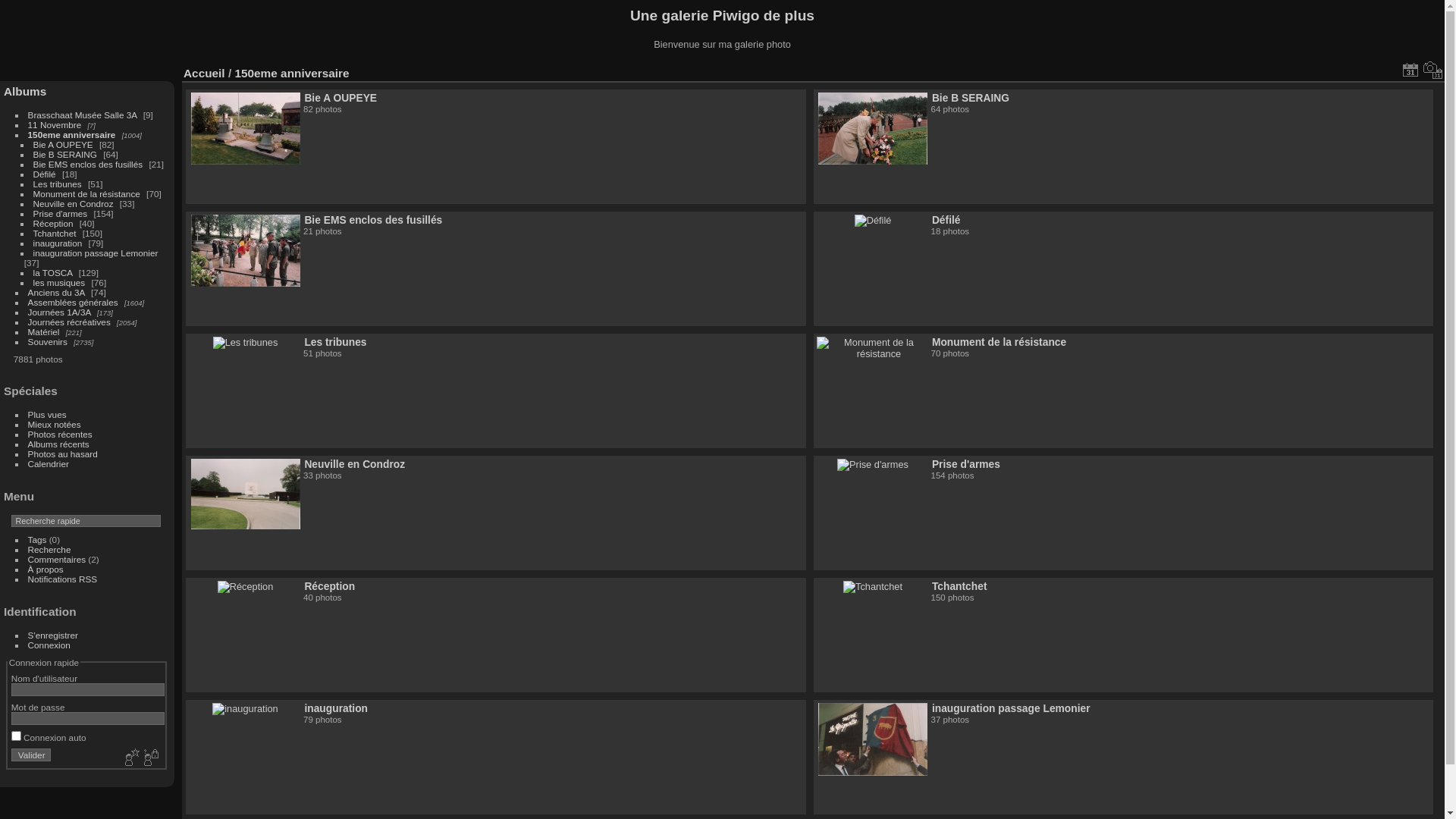 The image size is (1456, 819). What do you see at coordinates (48, 463) in the screenshot?
I see `'Calendrier'` at bounding box center [48, 463].